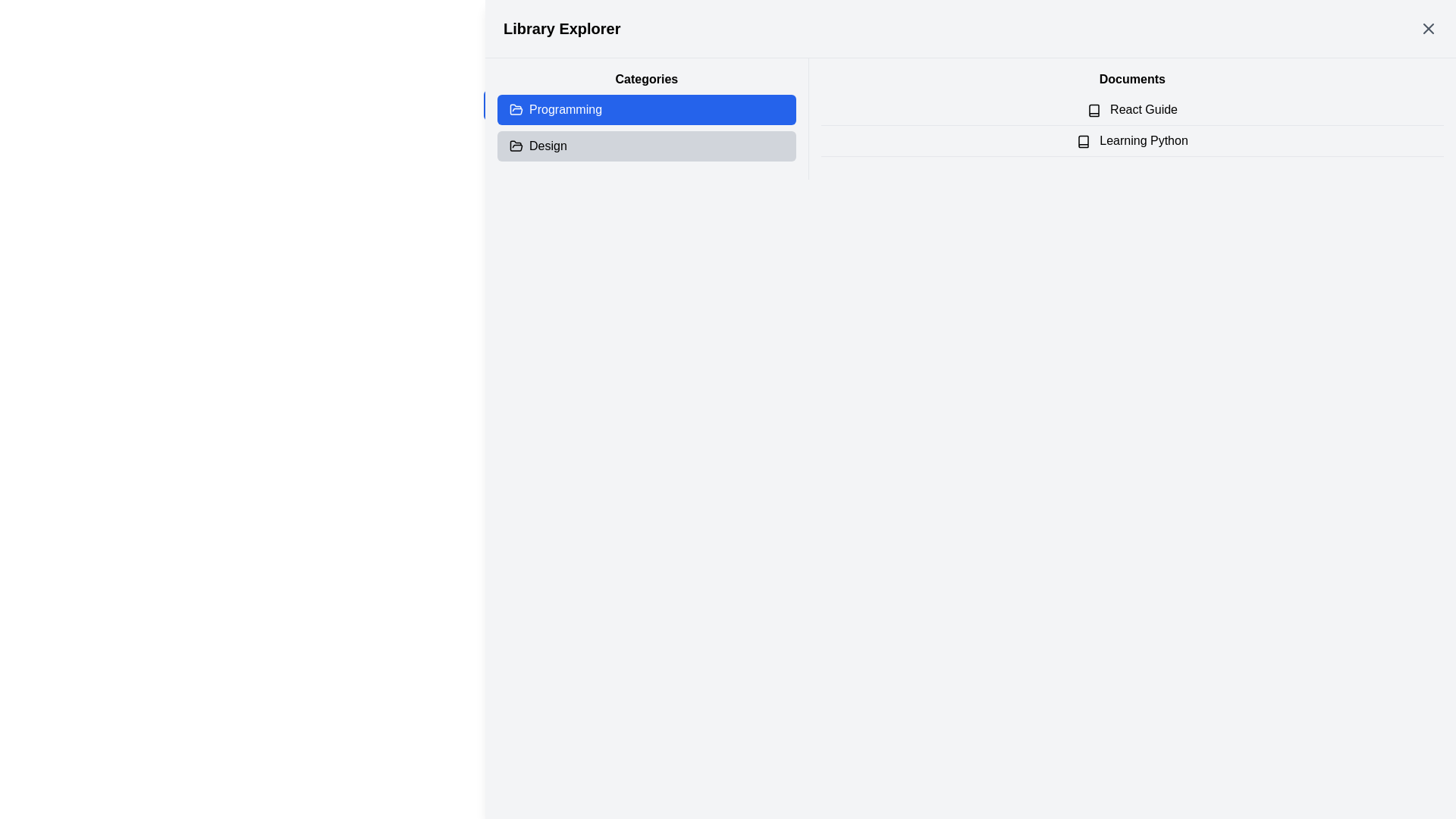 This screenshot has height=819, width=1456. I want to click on the small, square-shaped 'X' button in the top-right corner of the layout, so click(1427, 29).